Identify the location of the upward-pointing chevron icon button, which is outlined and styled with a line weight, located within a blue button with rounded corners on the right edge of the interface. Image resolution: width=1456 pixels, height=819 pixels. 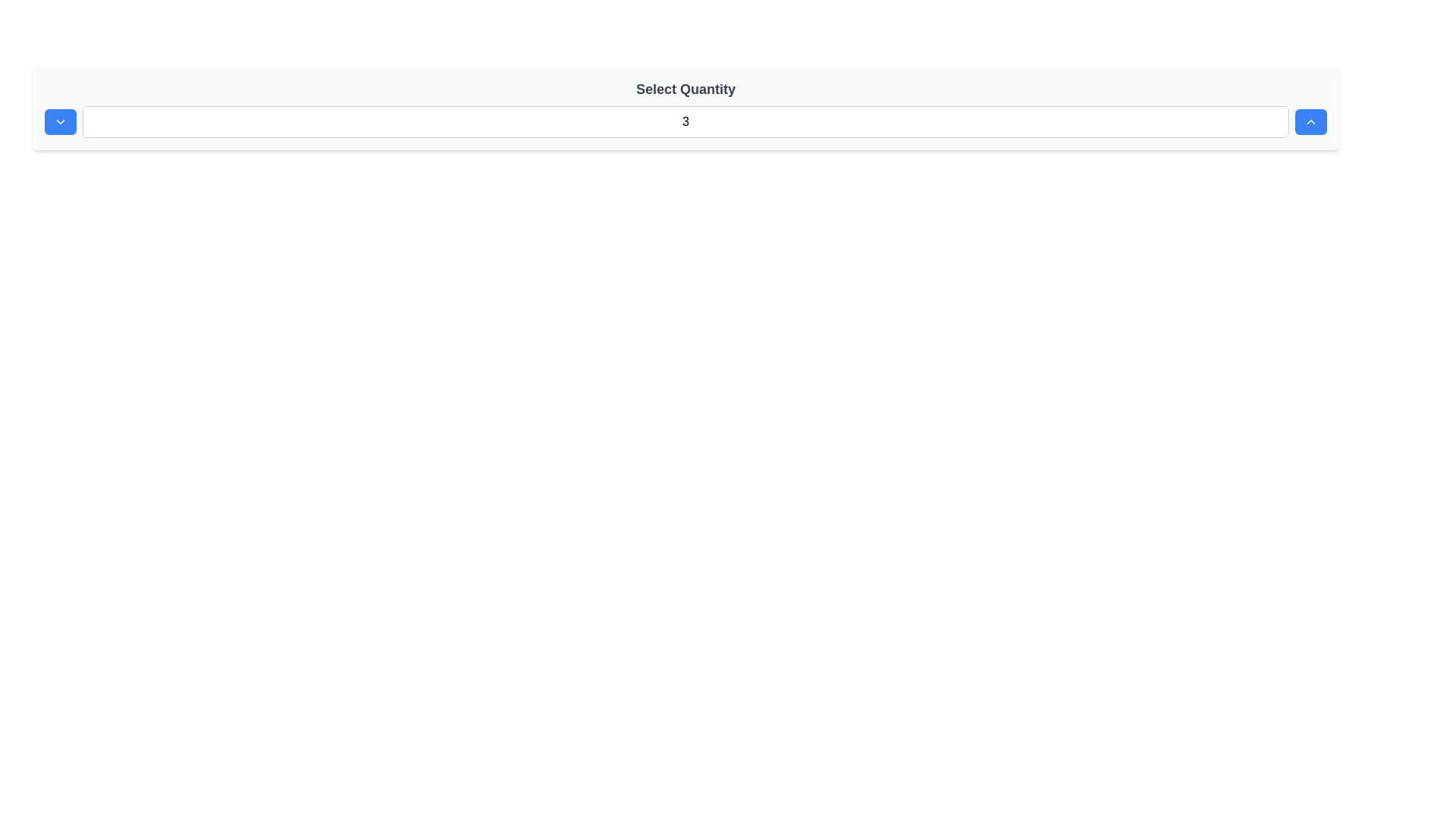
(1310, 121).